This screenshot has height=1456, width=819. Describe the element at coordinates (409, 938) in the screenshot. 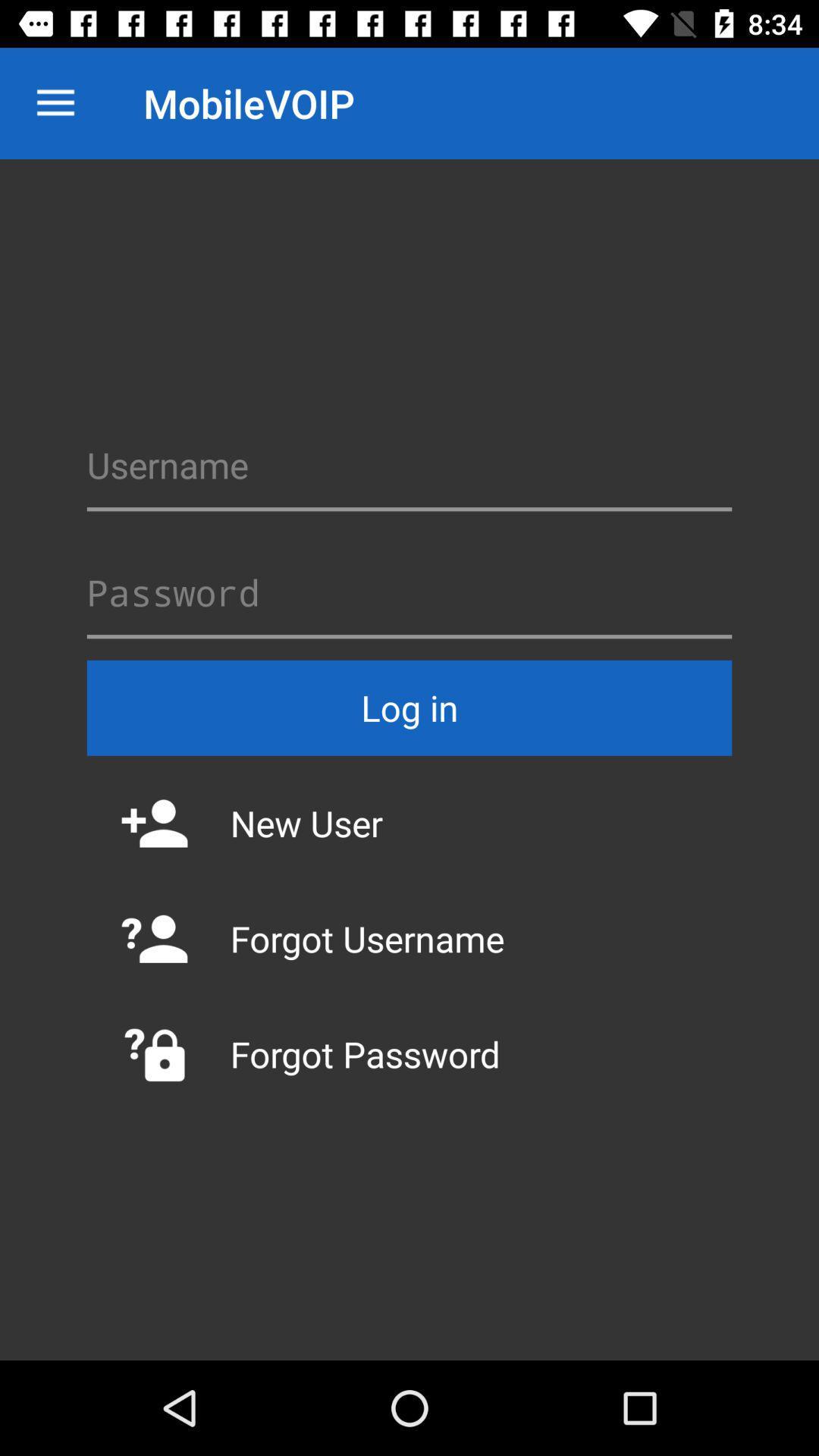

I see `forgot username icon` at that location.